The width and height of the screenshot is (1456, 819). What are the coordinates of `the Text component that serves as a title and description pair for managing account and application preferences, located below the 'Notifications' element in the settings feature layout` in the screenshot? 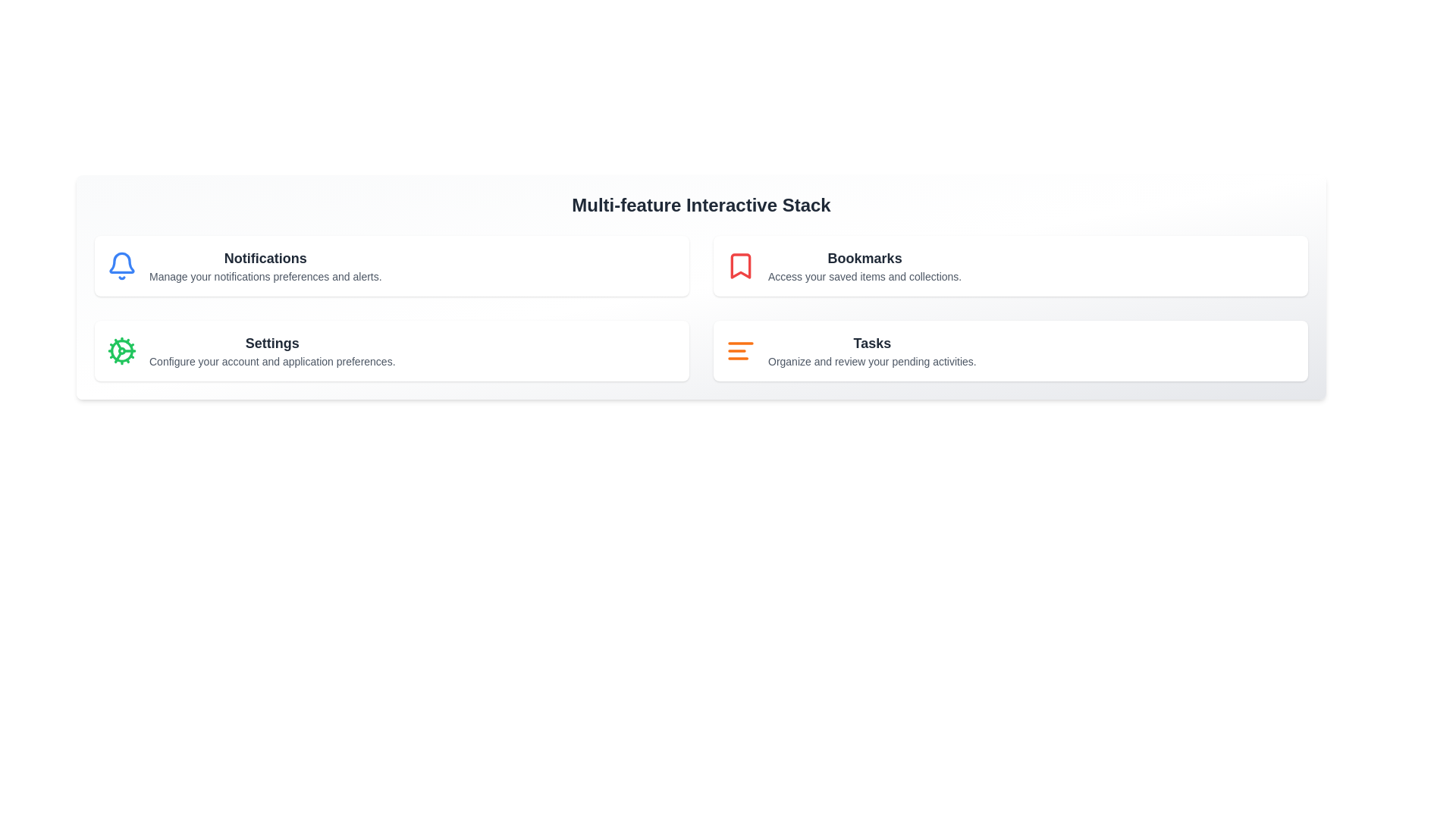 It's located at (272, 350).